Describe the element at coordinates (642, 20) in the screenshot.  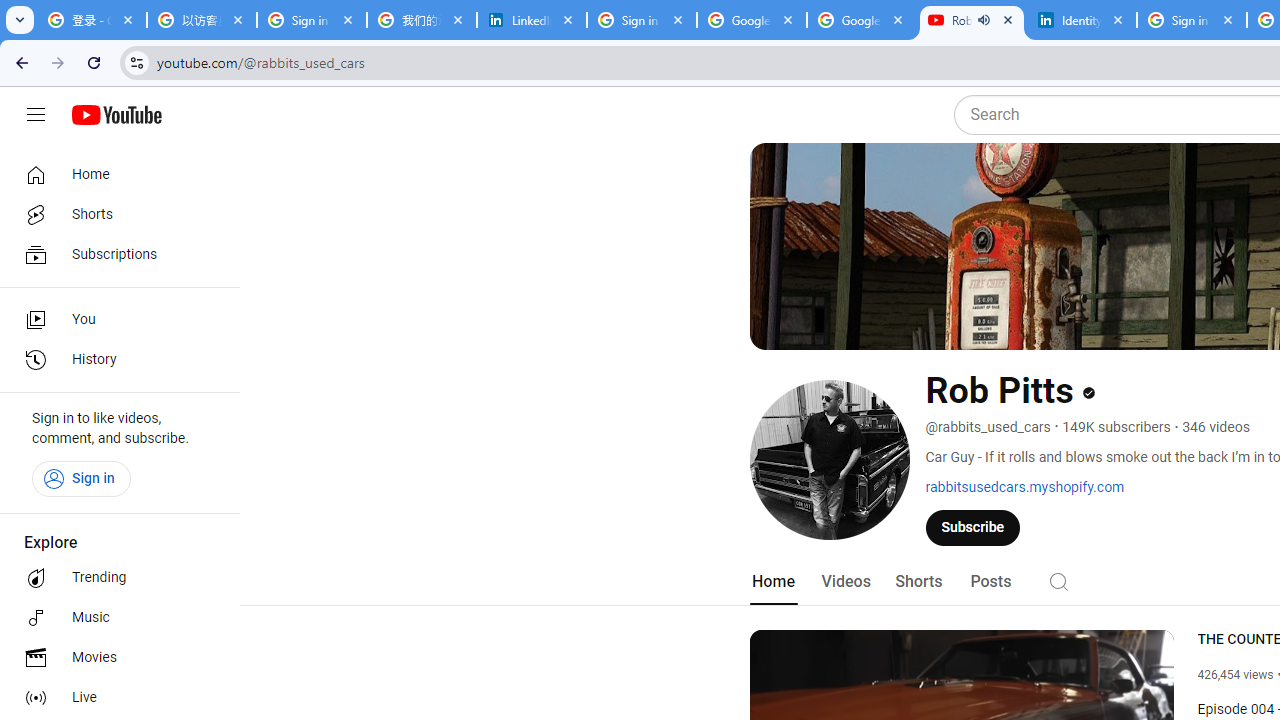
I see `'Sign in - Google Accounts'` at that location.